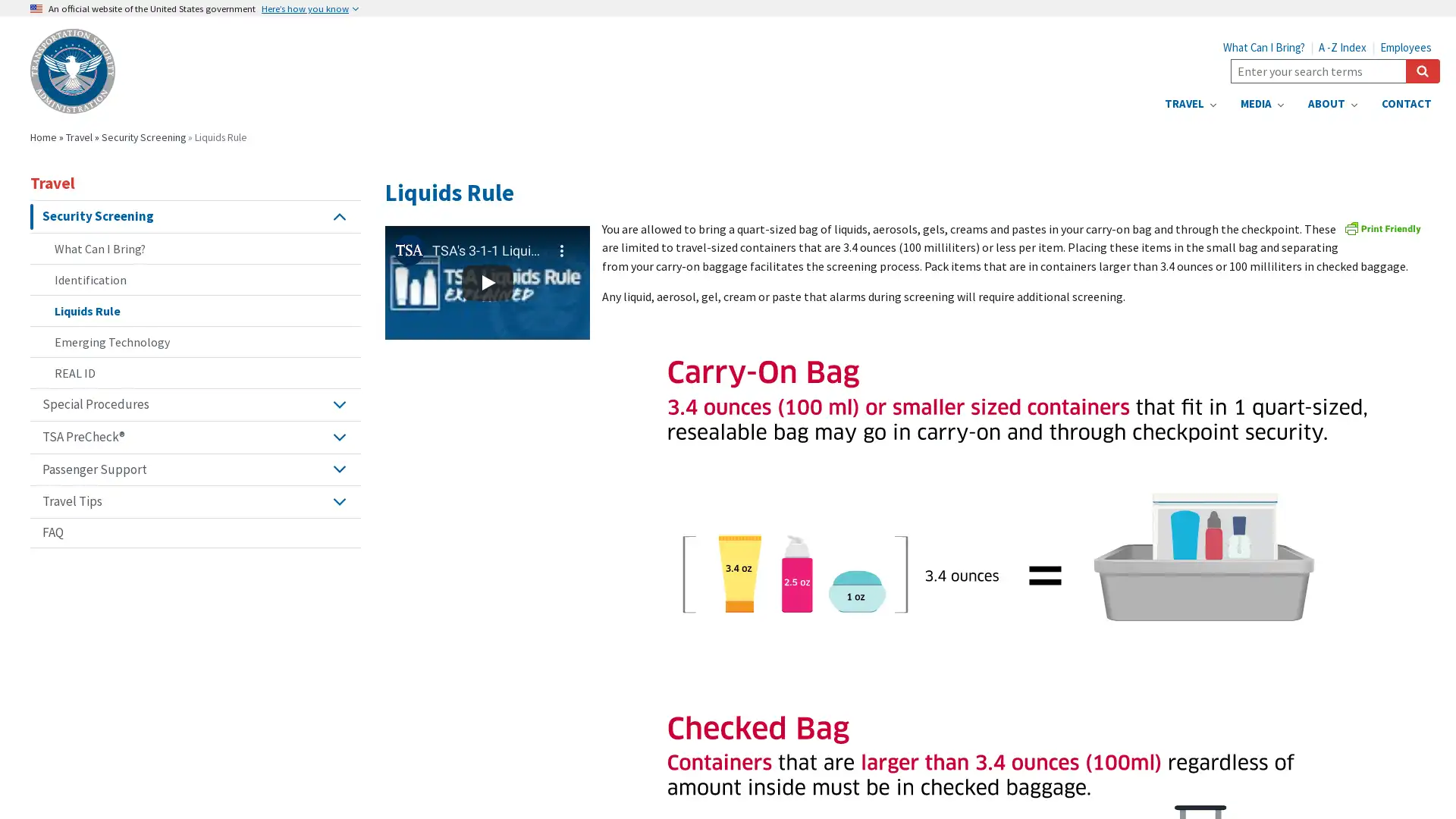 The image size is (1456, 819). I want to click on MEDIA, so click(1262, 103).